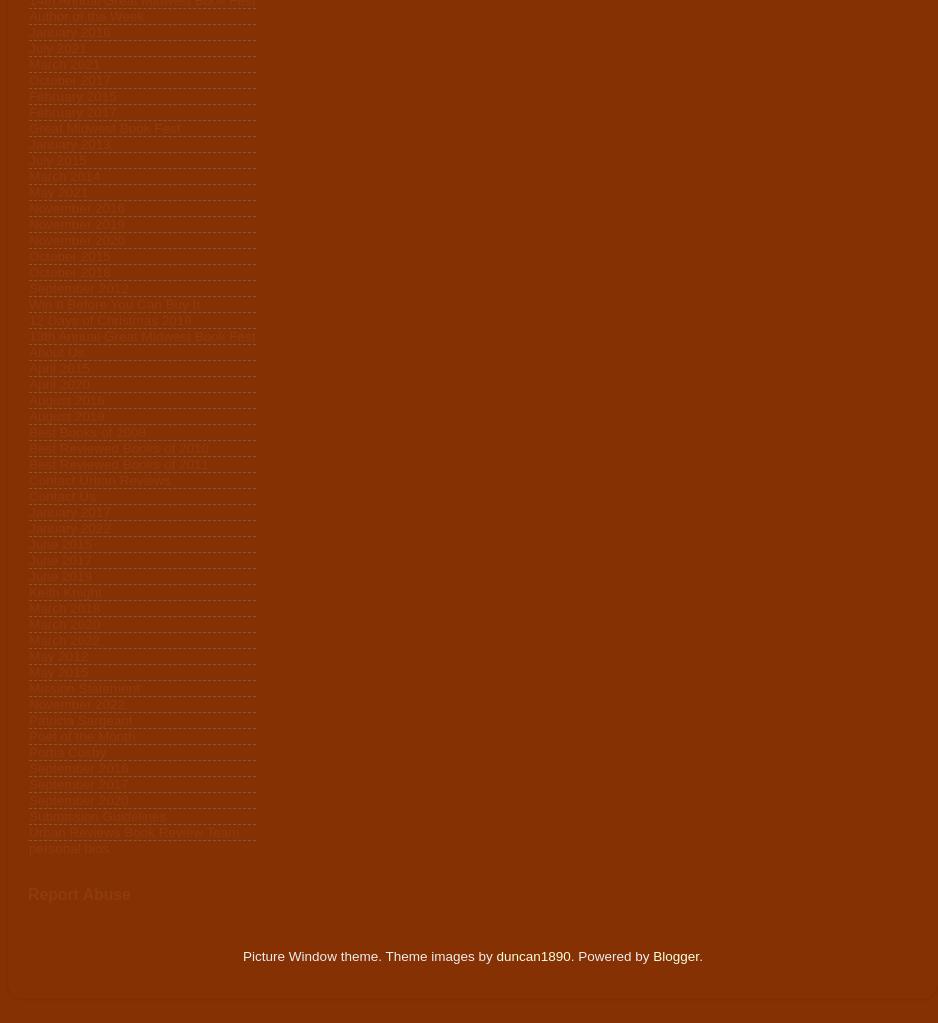 This screenshot has width=938, height=1023. Describe the element at coordinates (676, 956) in the screenshot. I see `'Blogger'` at that location.